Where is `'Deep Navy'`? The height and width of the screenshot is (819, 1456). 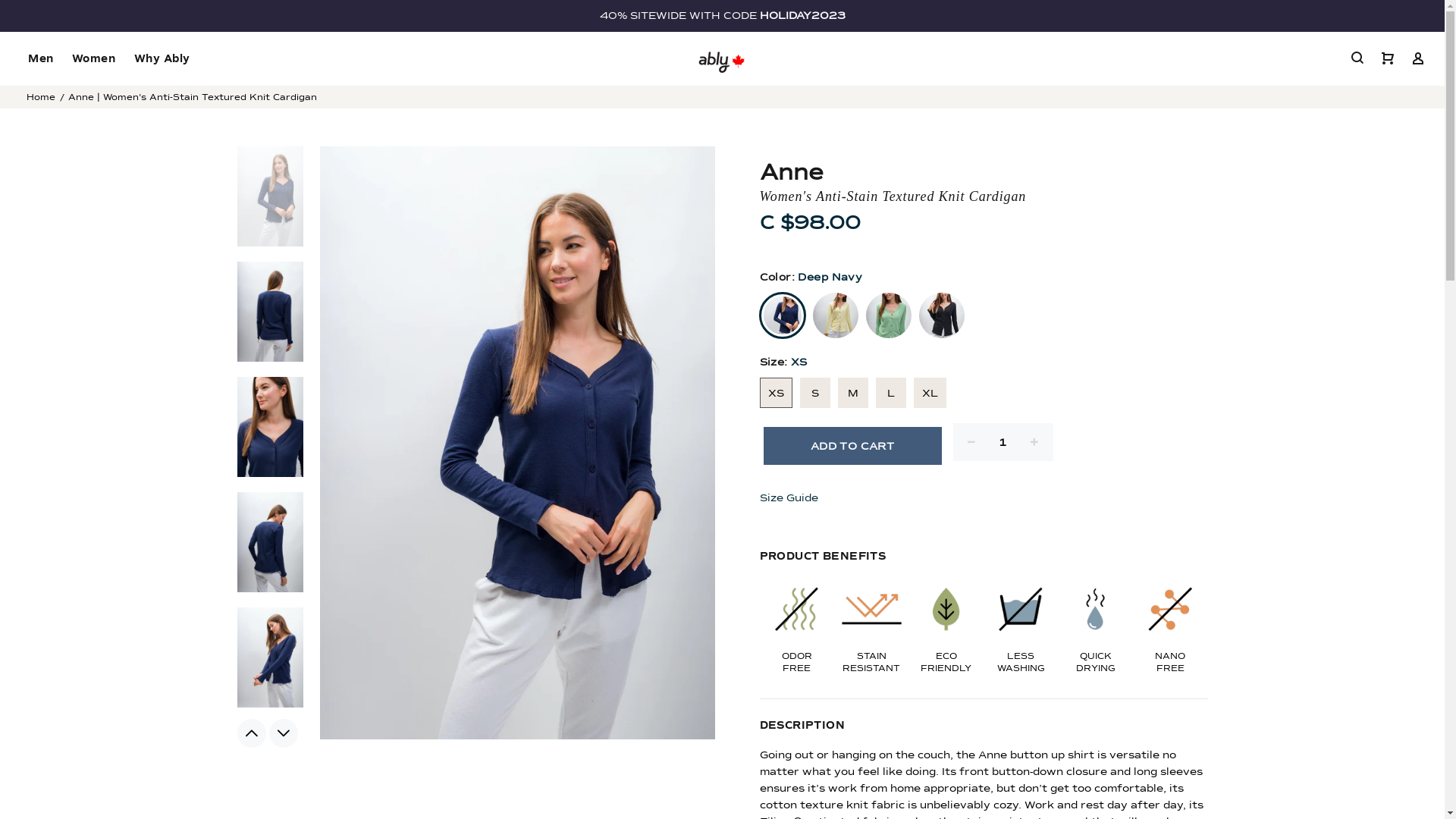 'Deep Navy' is located at coordinates (760, 315).